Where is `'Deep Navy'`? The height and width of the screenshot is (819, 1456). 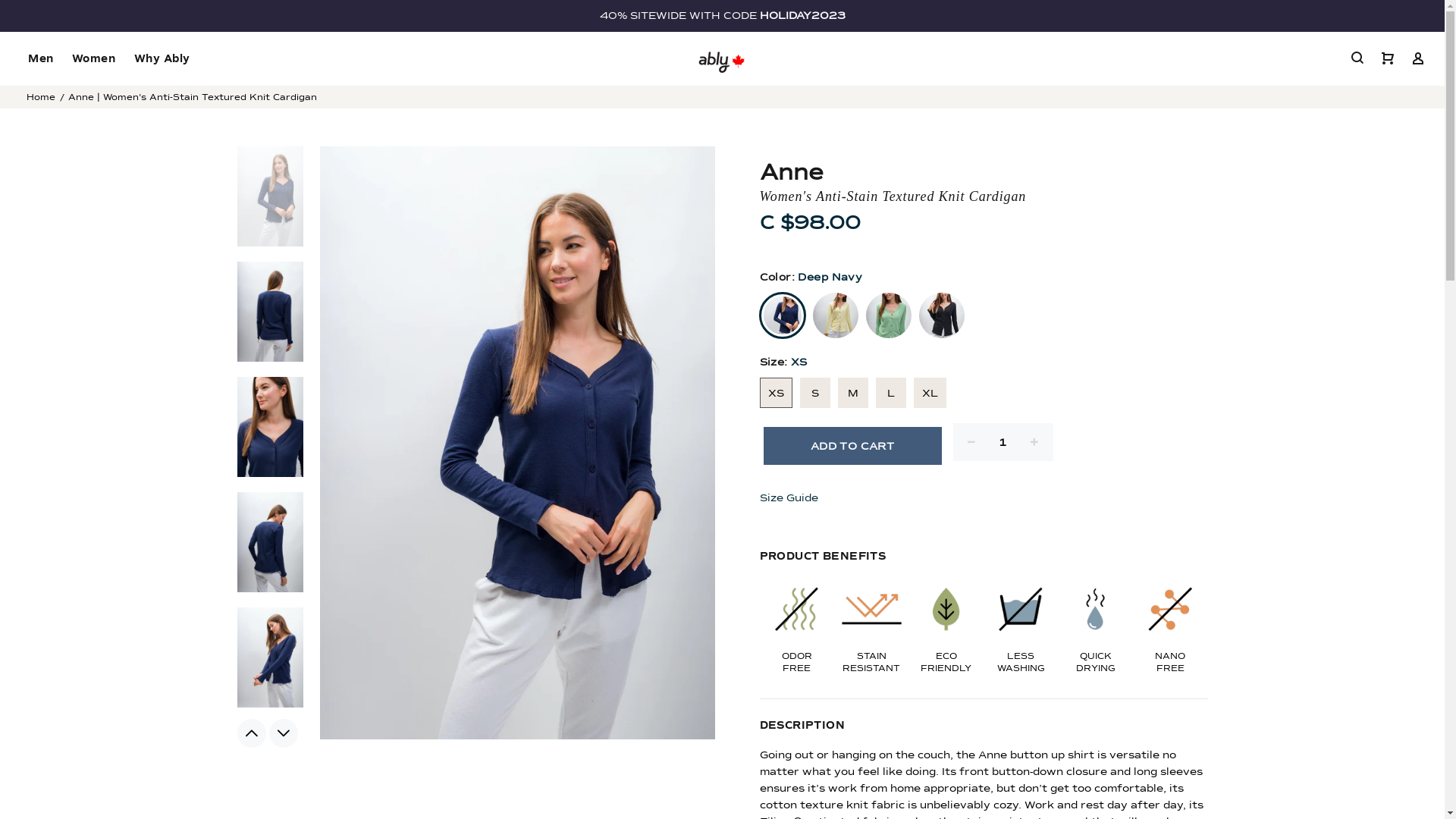 'Deep Navy' is located at coordinates (760, 315).